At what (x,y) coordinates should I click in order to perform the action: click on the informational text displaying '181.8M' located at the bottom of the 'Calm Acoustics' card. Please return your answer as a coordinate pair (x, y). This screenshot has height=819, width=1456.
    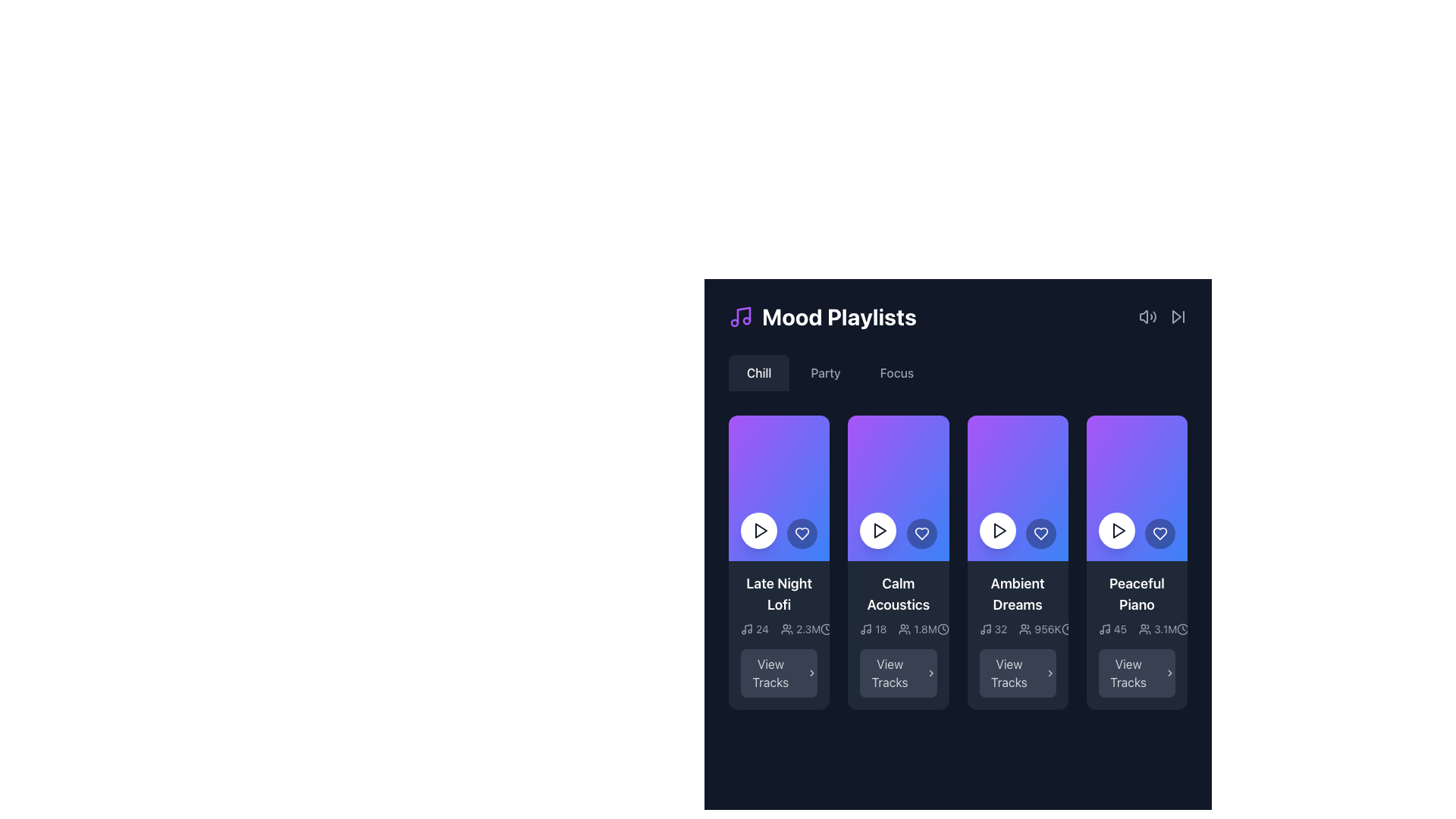
    Looking at the image, I should click on (899, 629).